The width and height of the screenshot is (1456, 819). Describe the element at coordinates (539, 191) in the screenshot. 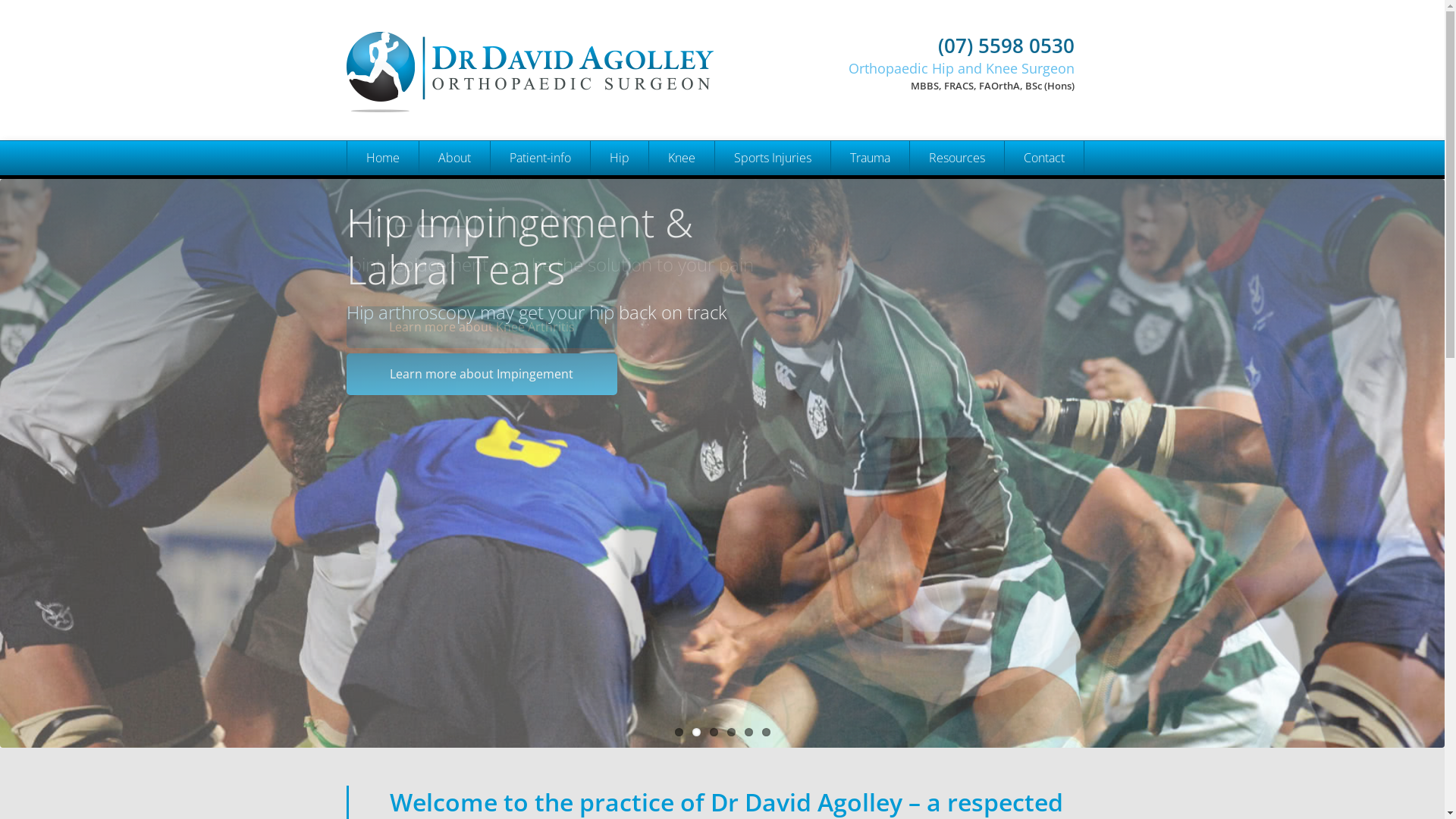

I see `'FAQ'` at that location.